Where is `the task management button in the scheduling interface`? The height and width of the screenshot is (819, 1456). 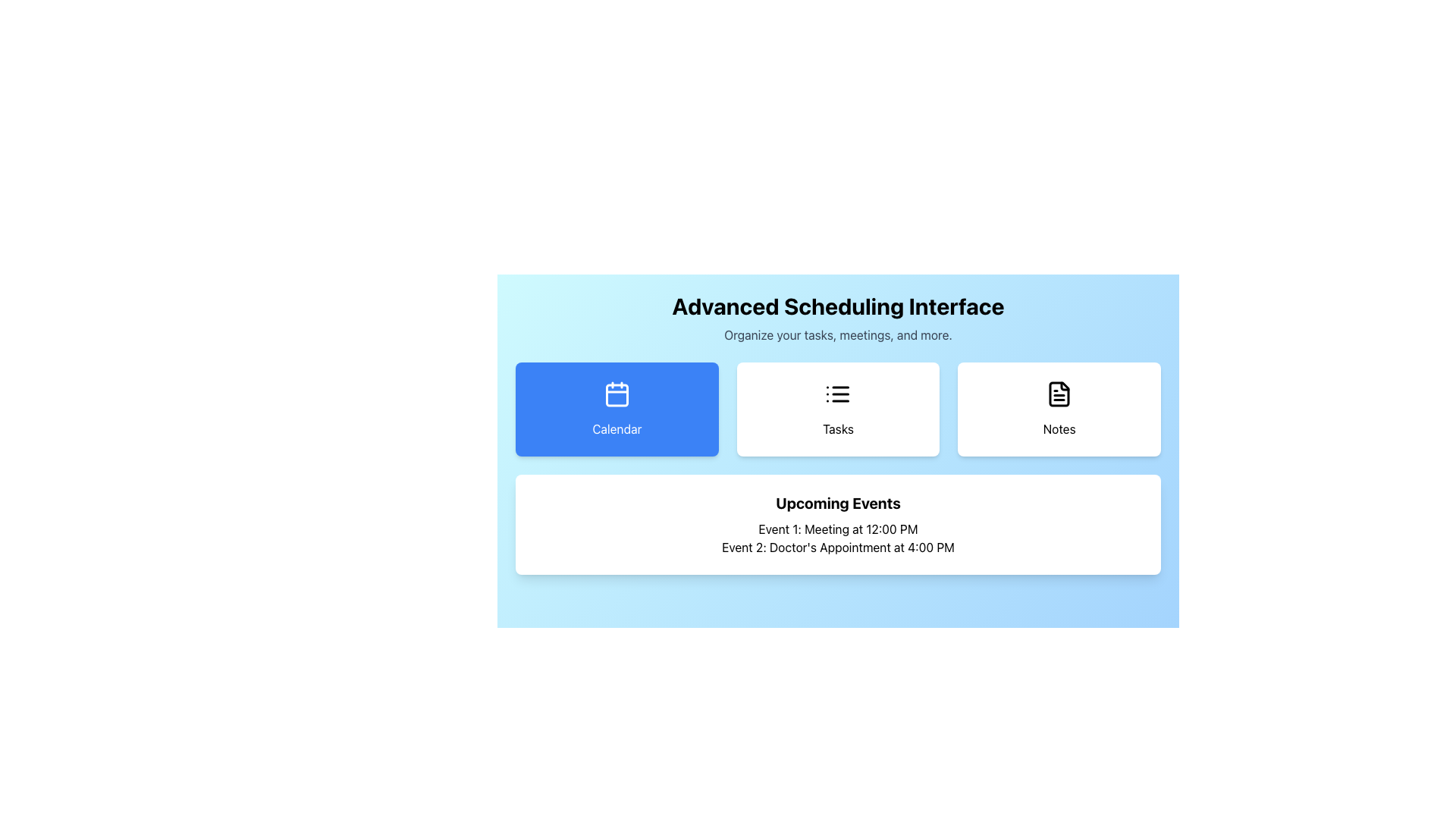 the task management button in the scheduling interface is located at coordinates (837, 441).